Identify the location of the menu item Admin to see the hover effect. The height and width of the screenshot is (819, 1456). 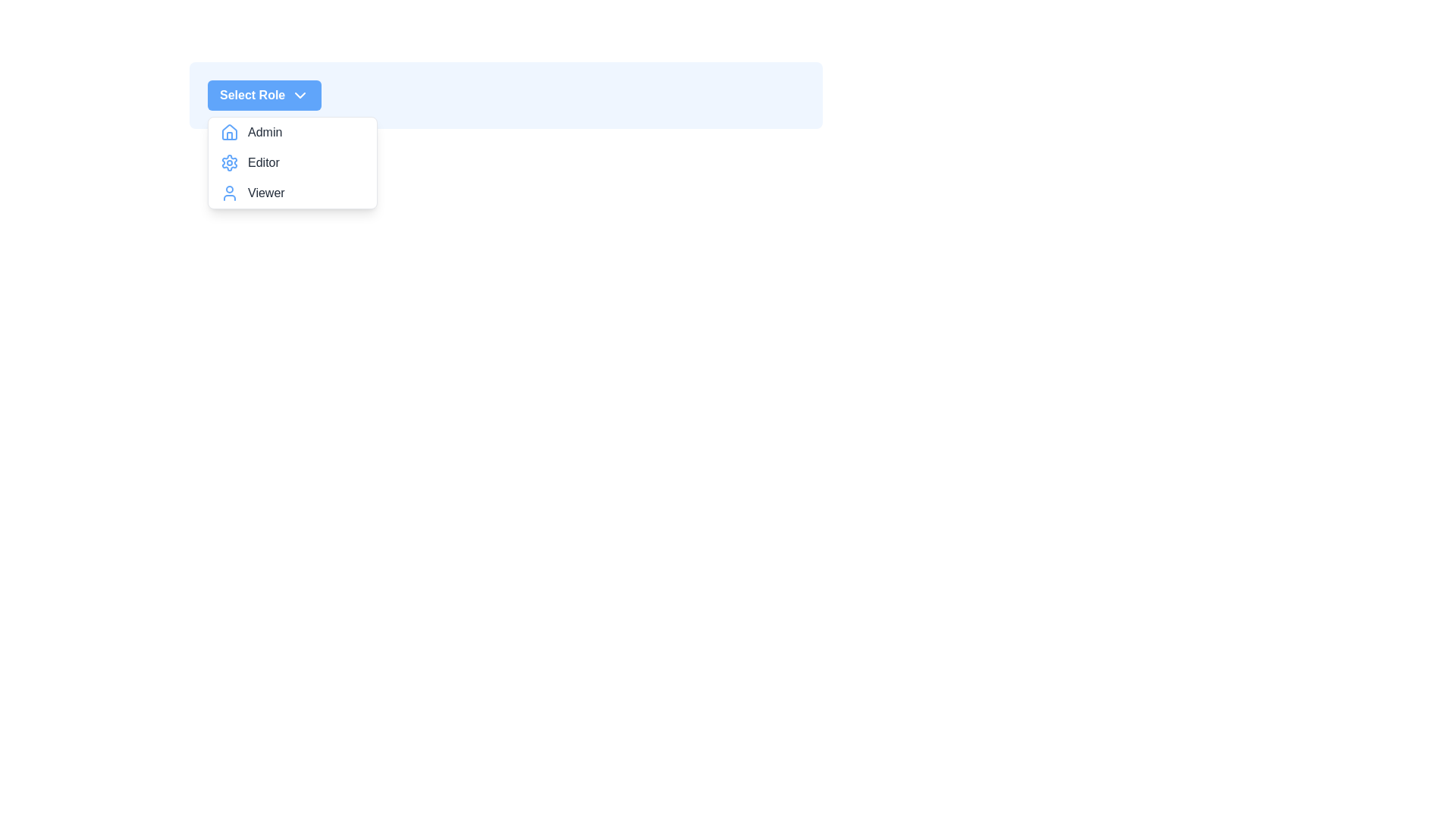
(292, 131).